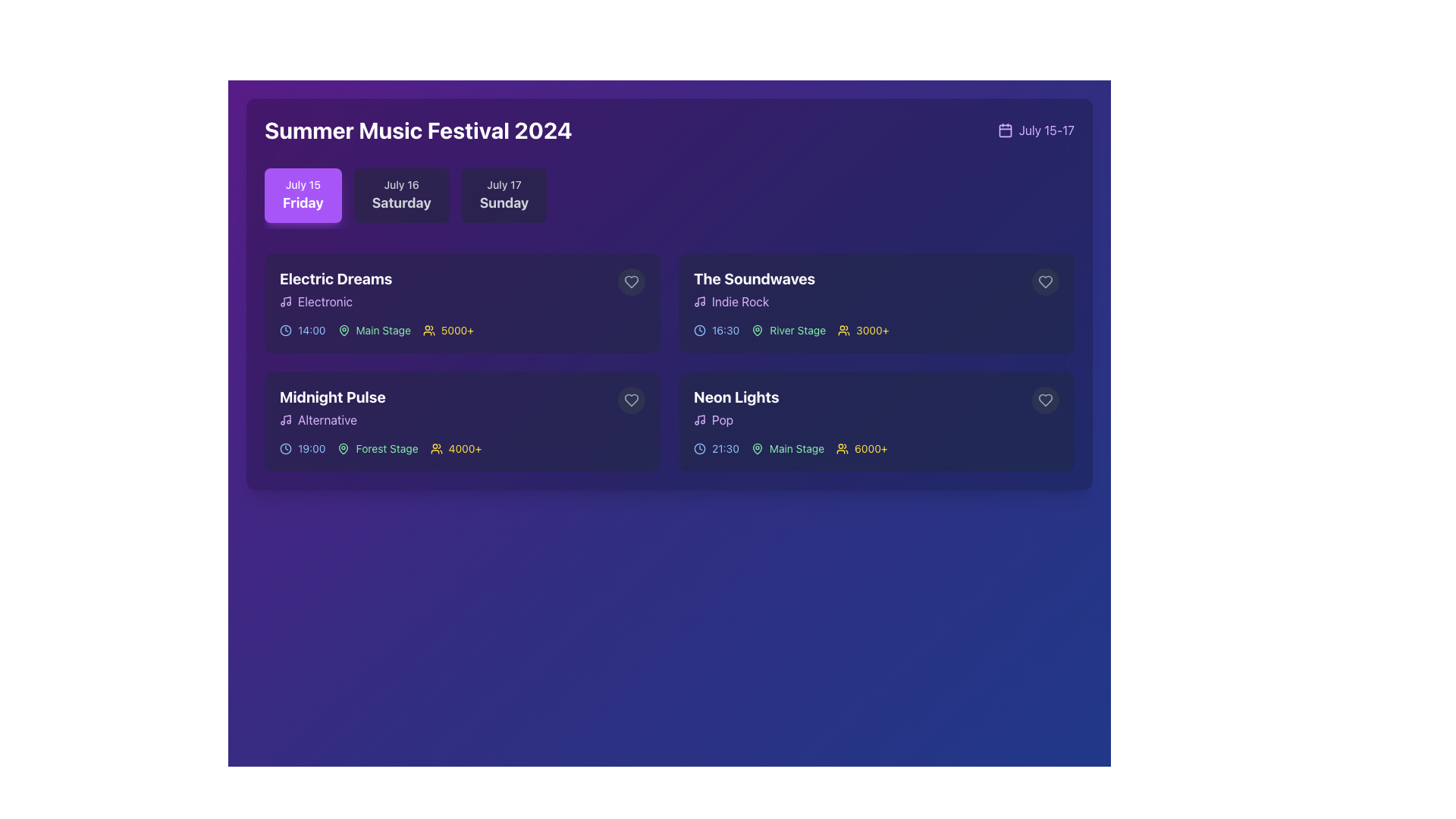 The width and height of the screenshot is (1456, 819). Describe the element at coordinates (331, 397) in the screenshot. I see `the 'Midnight Pulse' text label, which is styled in bold and large white font against a dark background, positioned at the top of the event details card` at that location.